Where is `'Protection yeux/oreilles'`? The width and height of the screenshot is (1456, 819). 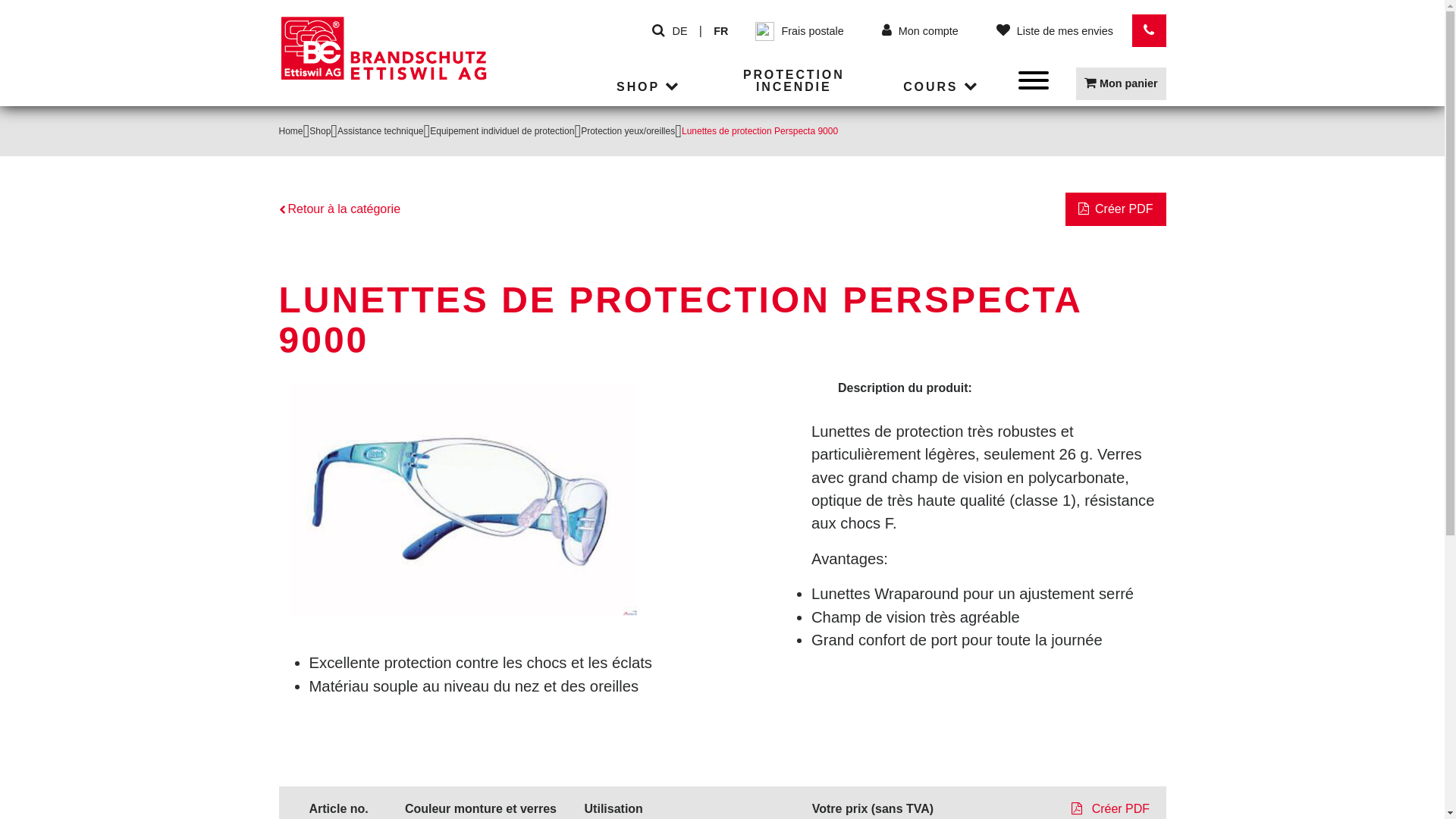
'Protection yeux/oreilles' is located at coordinates (580, 130).